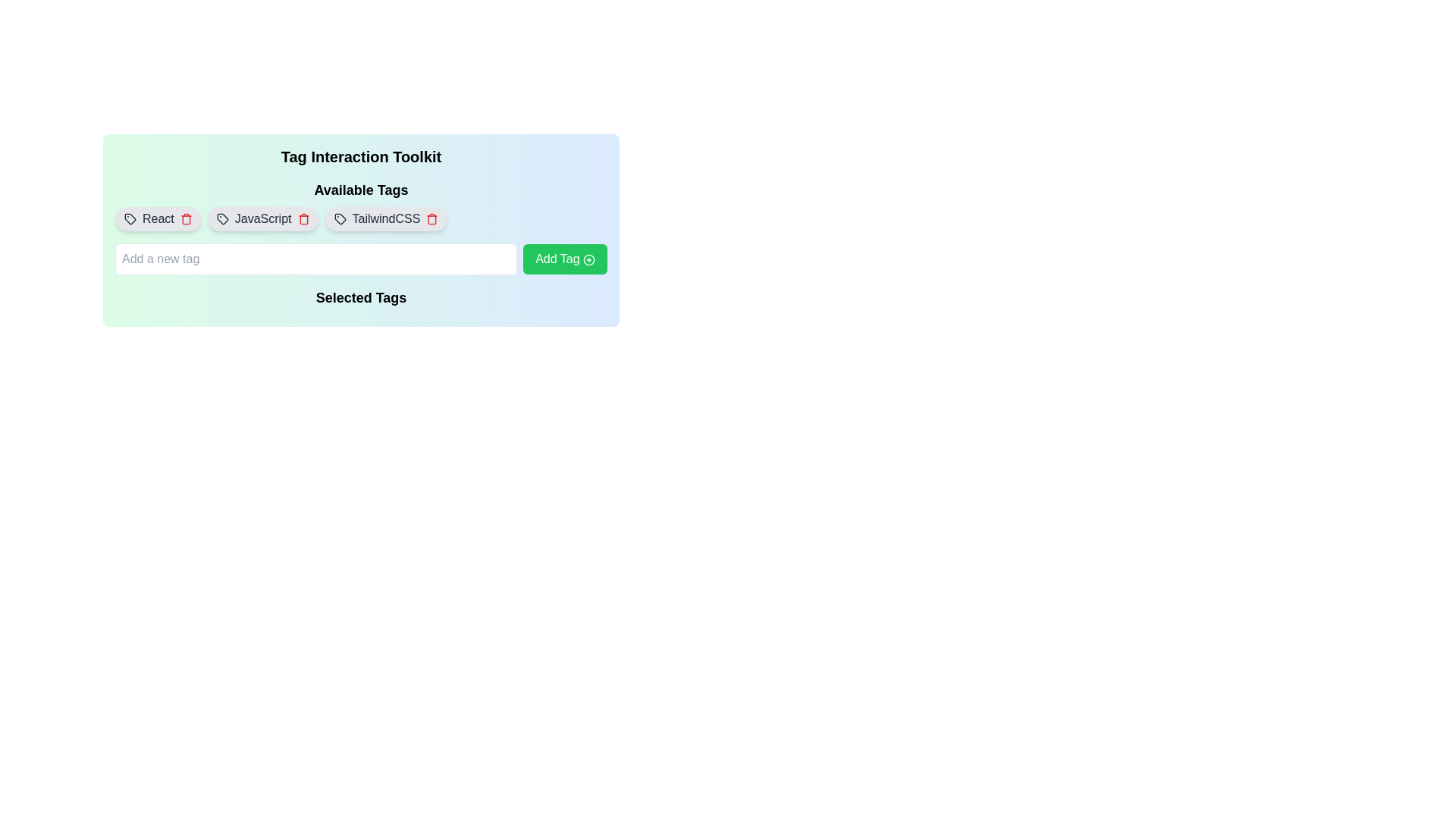 This screenshot has width=1456, height=819. I want to click on the tag-shaped icon (SVG) located within the 'JavaScript' tag button in the 'Available Tags' section of the UI, which is positioned towards the left side, adjacent to the text label 'JavaScript', so click(221, 219).